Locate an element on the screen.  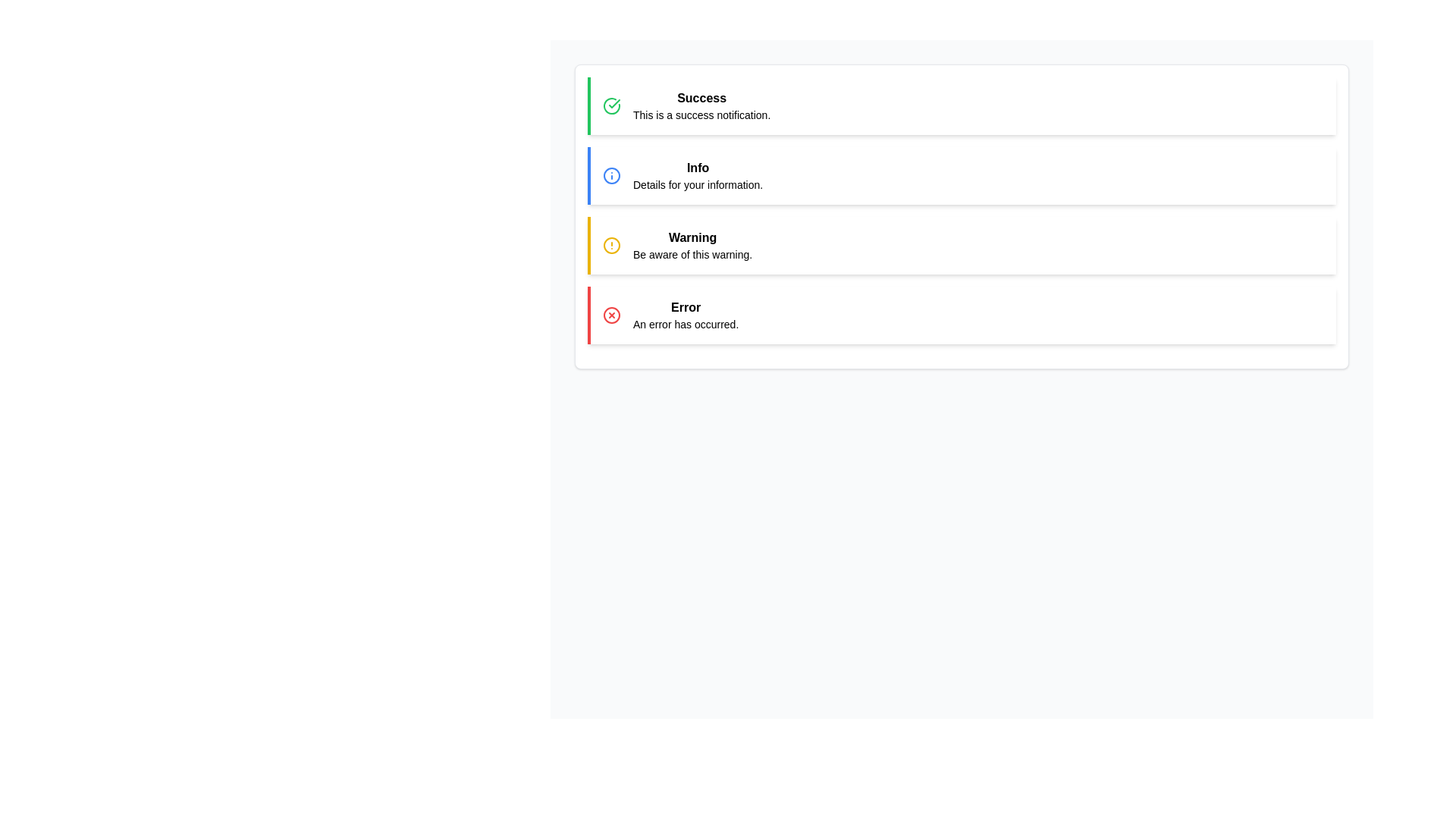
the text label displaying 'Details for your information.' which is located under the bold 'Info' header in the notification card is located at coordinates (697, 184).